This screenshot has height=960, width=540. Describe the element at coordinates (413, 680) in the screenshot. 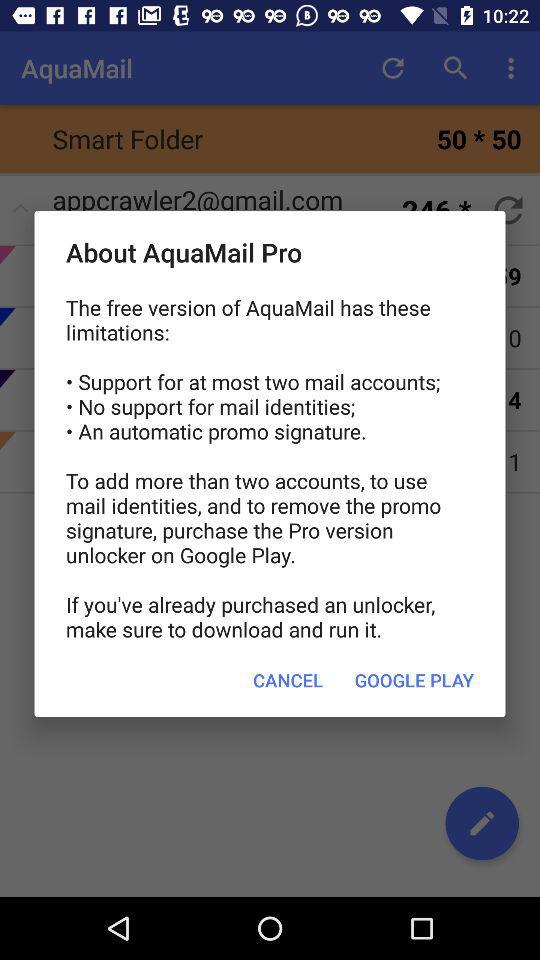

I see `icon below the free version` at that location.